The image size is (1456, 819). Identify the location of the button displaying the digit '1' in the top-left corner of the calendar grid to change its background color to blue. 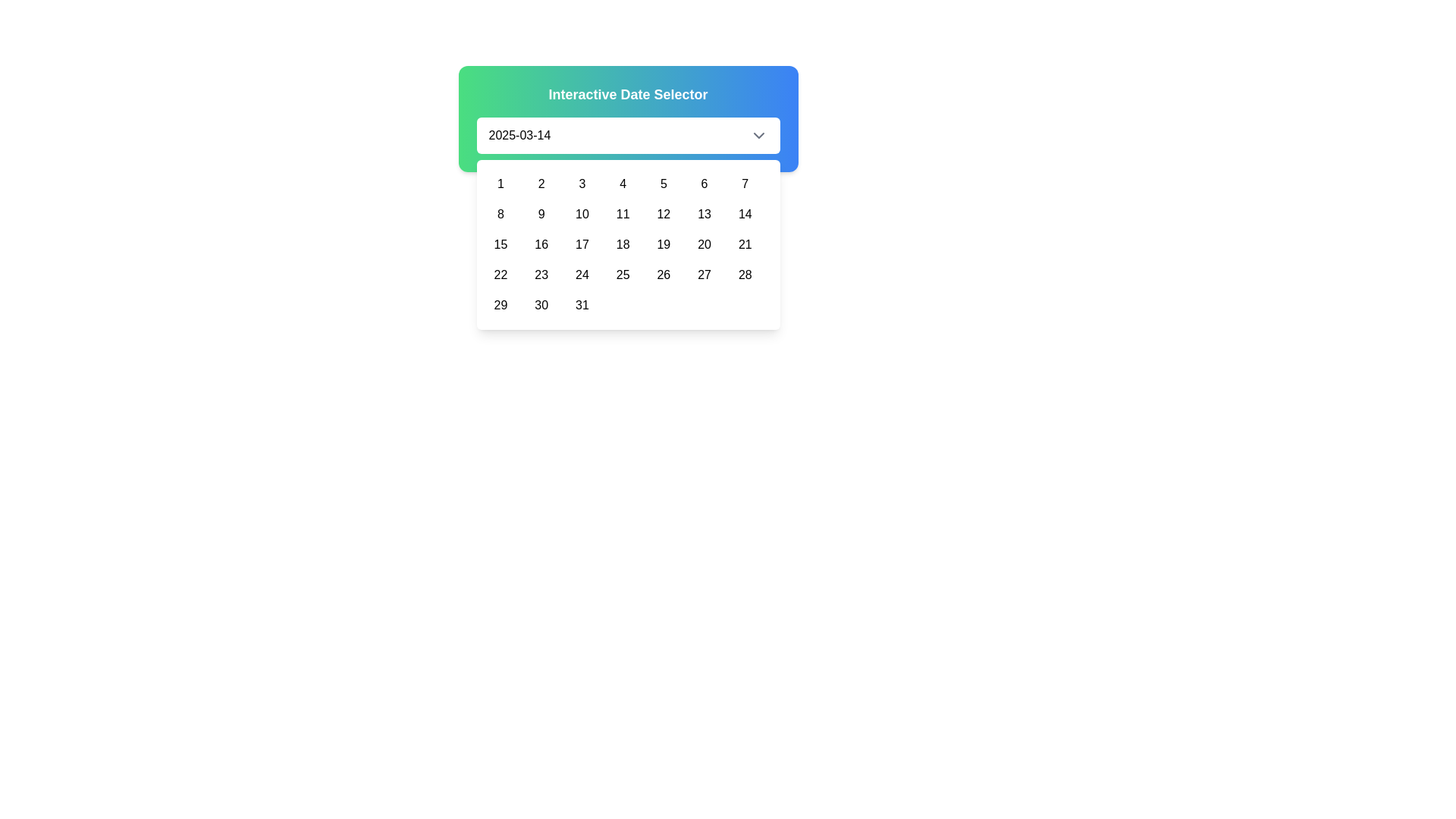
(500, 184).